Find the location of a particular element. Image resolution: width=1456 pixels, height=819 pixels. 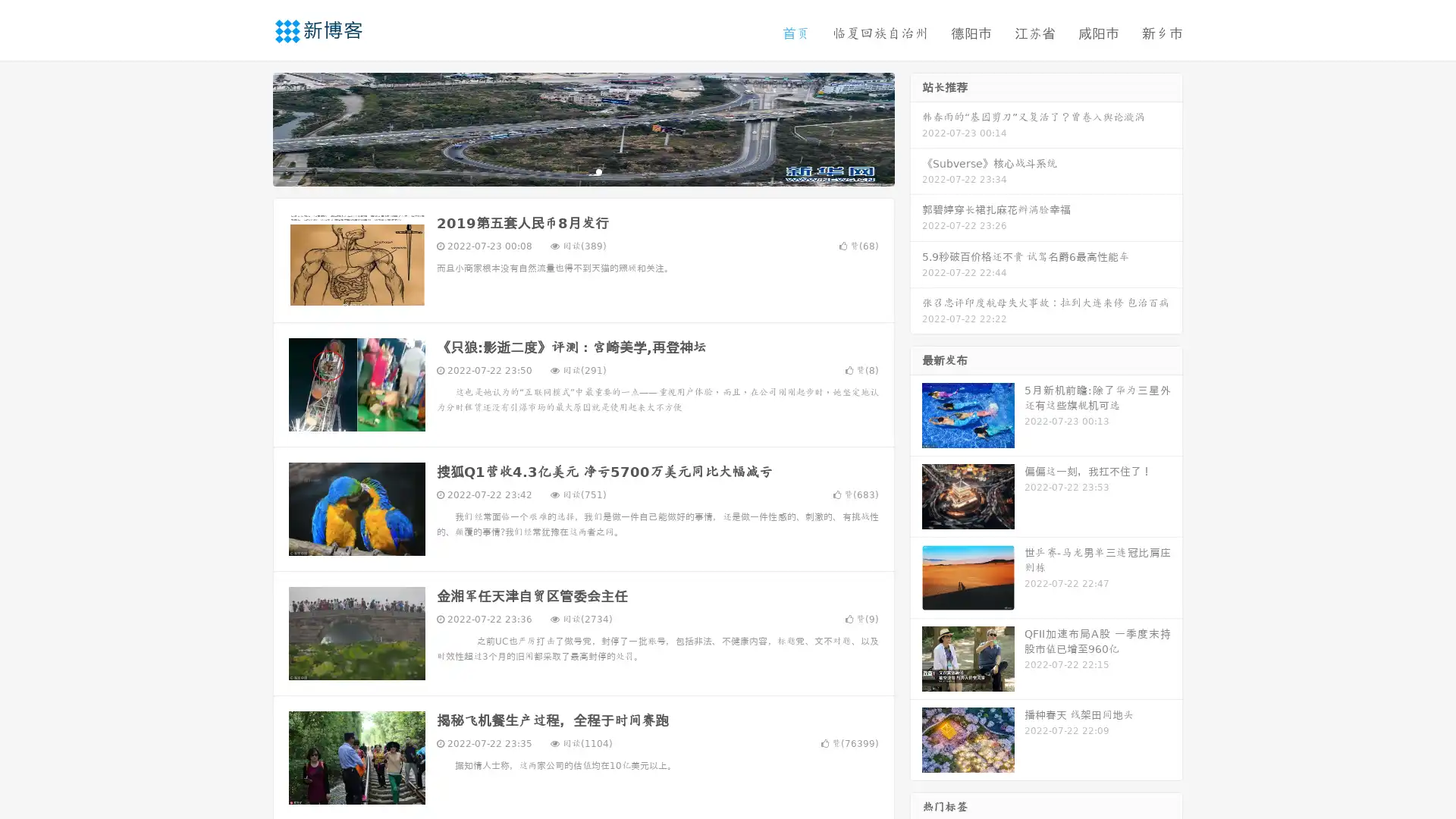

Go to slide 1 is located at coordinates (567, 171).